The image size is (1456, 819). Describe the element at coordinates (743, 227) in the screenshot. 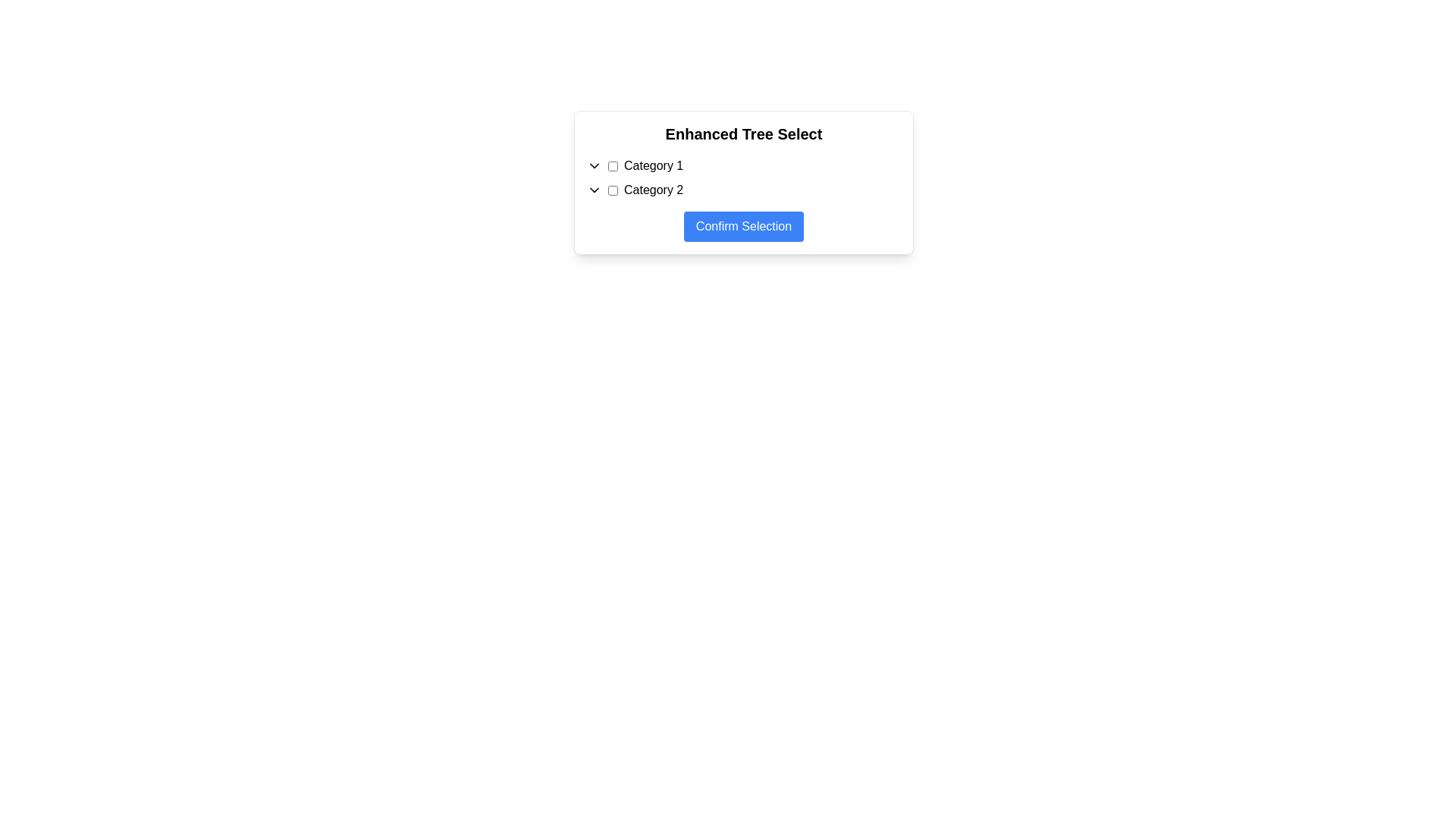

I see `the rectangular button with a blue background and white text labeled 'Confirm Selection' to observe the hover effect` at that location.